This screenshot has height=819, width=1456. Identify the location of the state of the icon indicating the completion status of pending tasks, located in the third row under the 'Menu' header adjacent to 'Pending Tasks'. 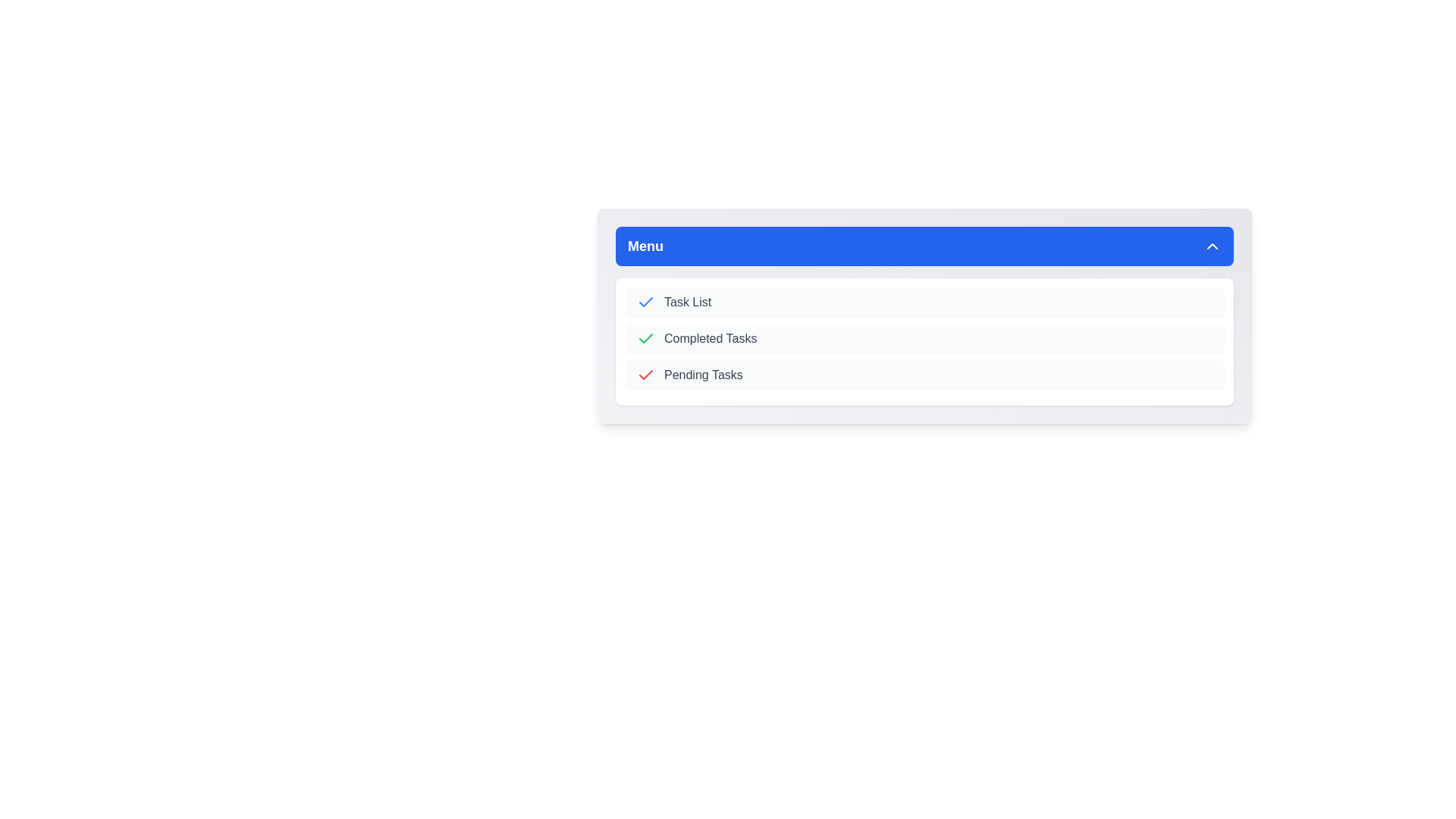
(645, 374).